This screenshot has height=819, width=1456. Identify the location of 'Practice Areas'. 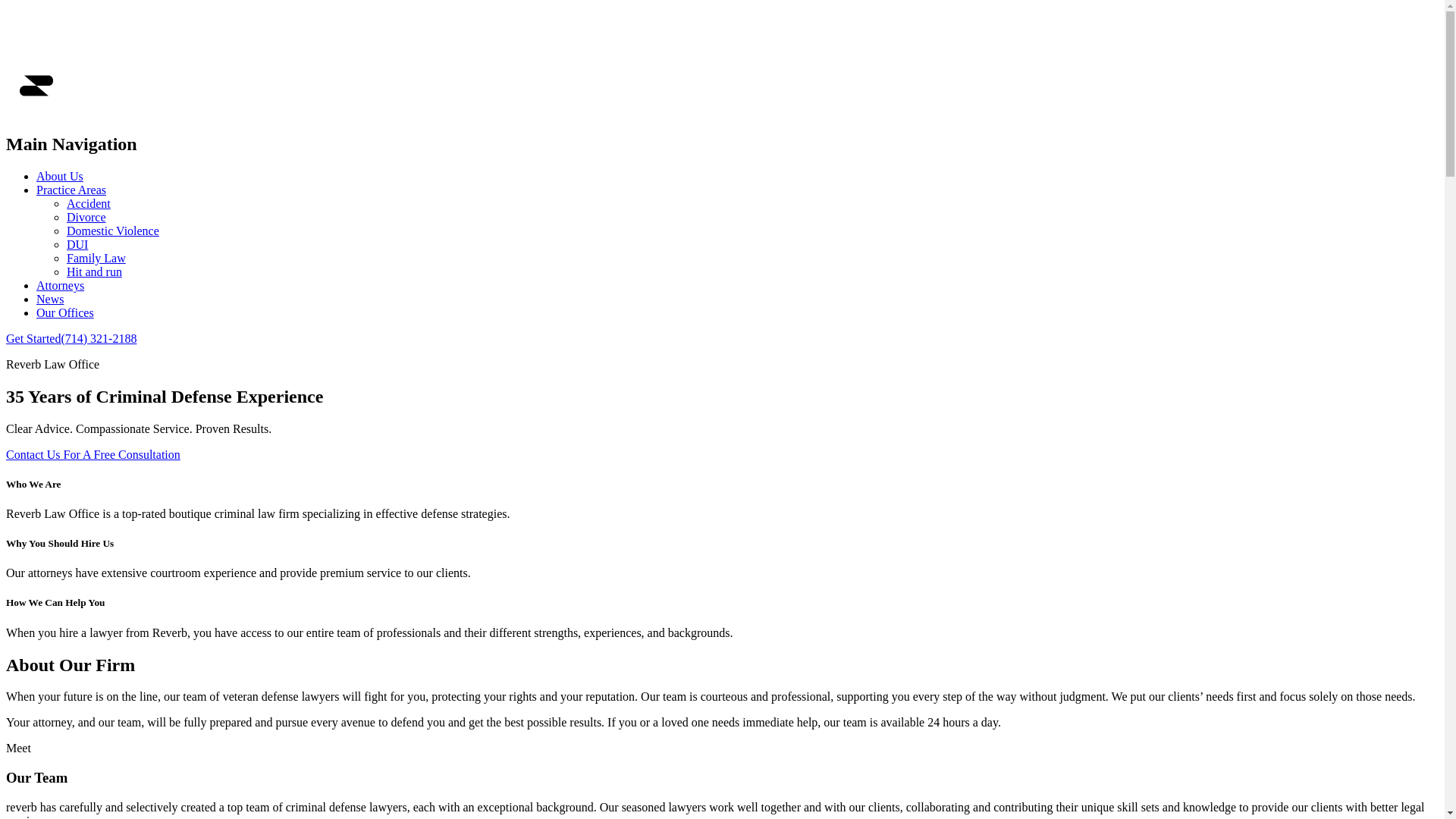
(36, 189).